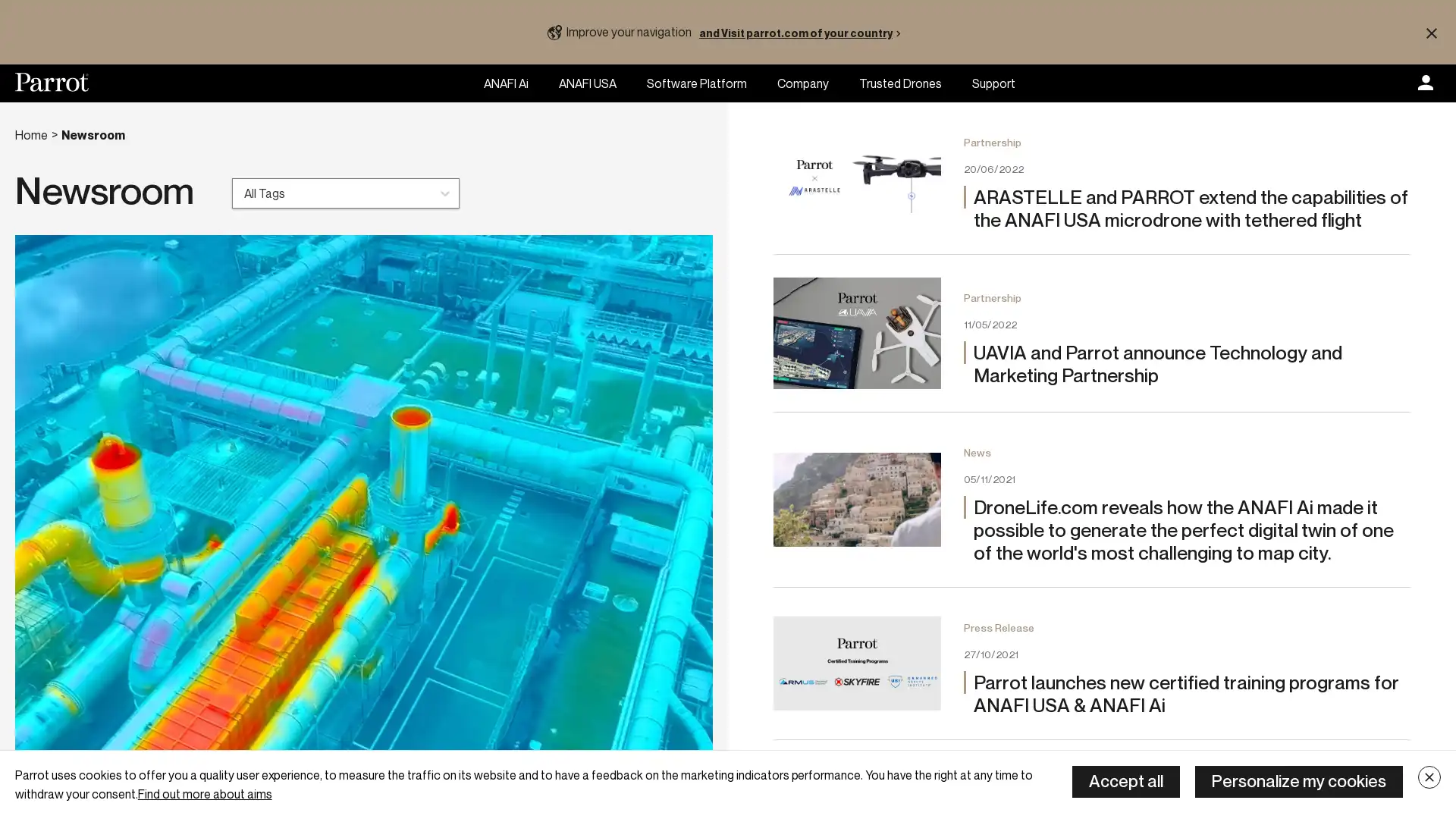 This screenshot has height=819, width=1456. What do you see at coordinates (1430, 32) in the screenshot?
I see `close not-good-shop-alert` at bounding box center [1430, 32].